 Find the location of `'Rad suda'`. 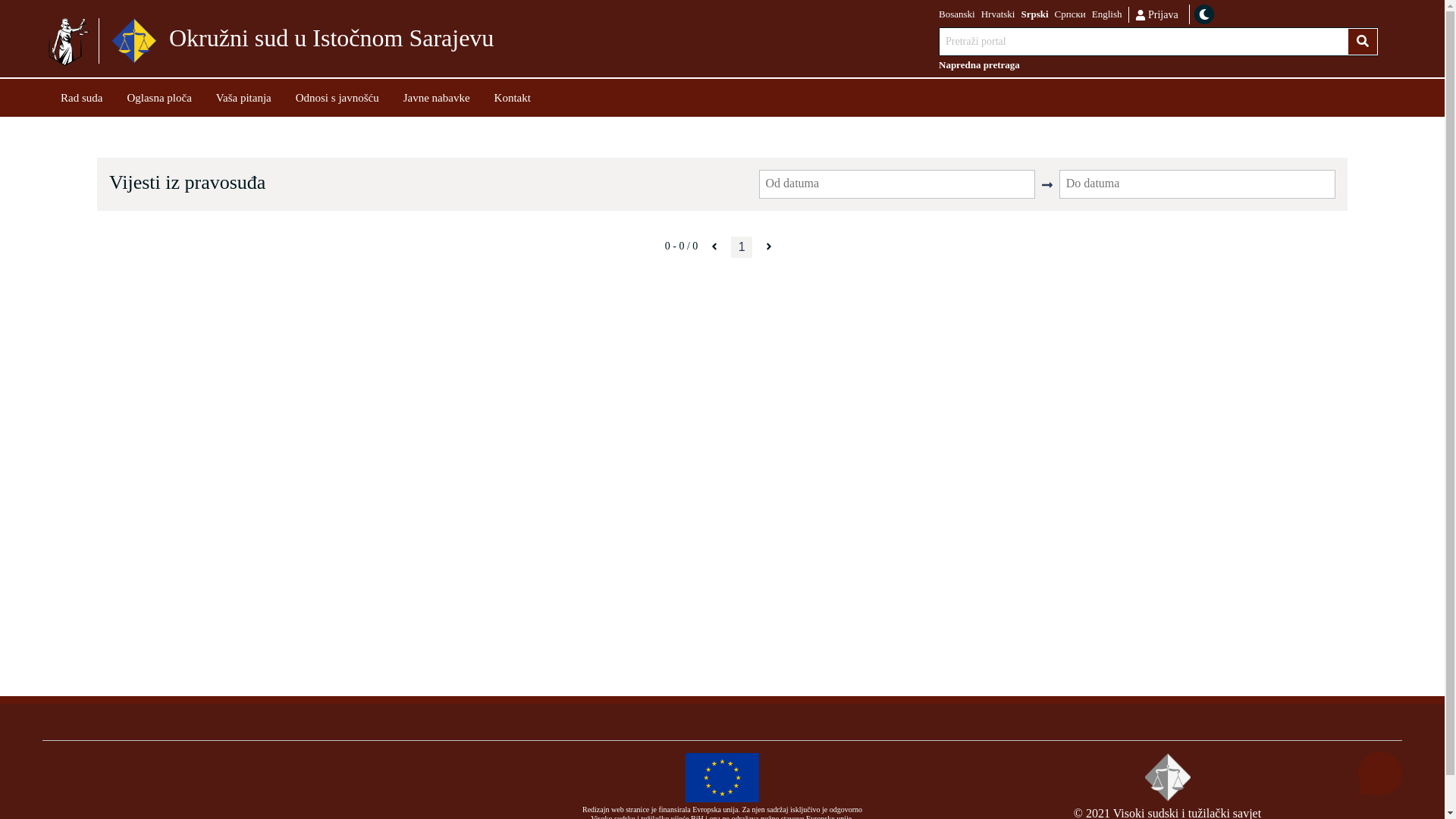

'Rad suda' is located at coordinates (80, 97).